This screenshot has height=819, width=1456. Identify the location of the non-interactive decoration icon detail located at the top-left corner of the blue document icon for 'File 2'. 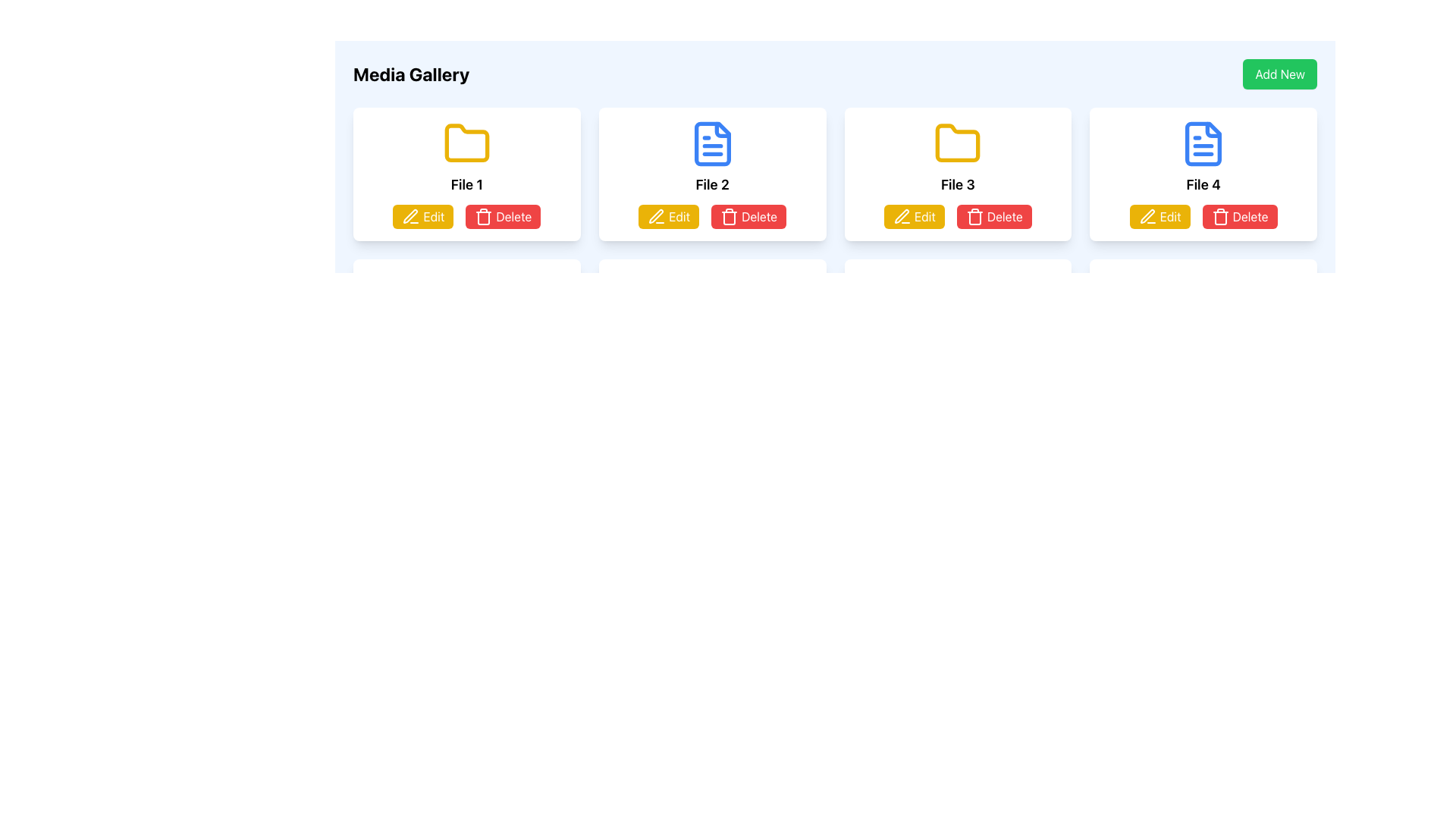
(721, 129).